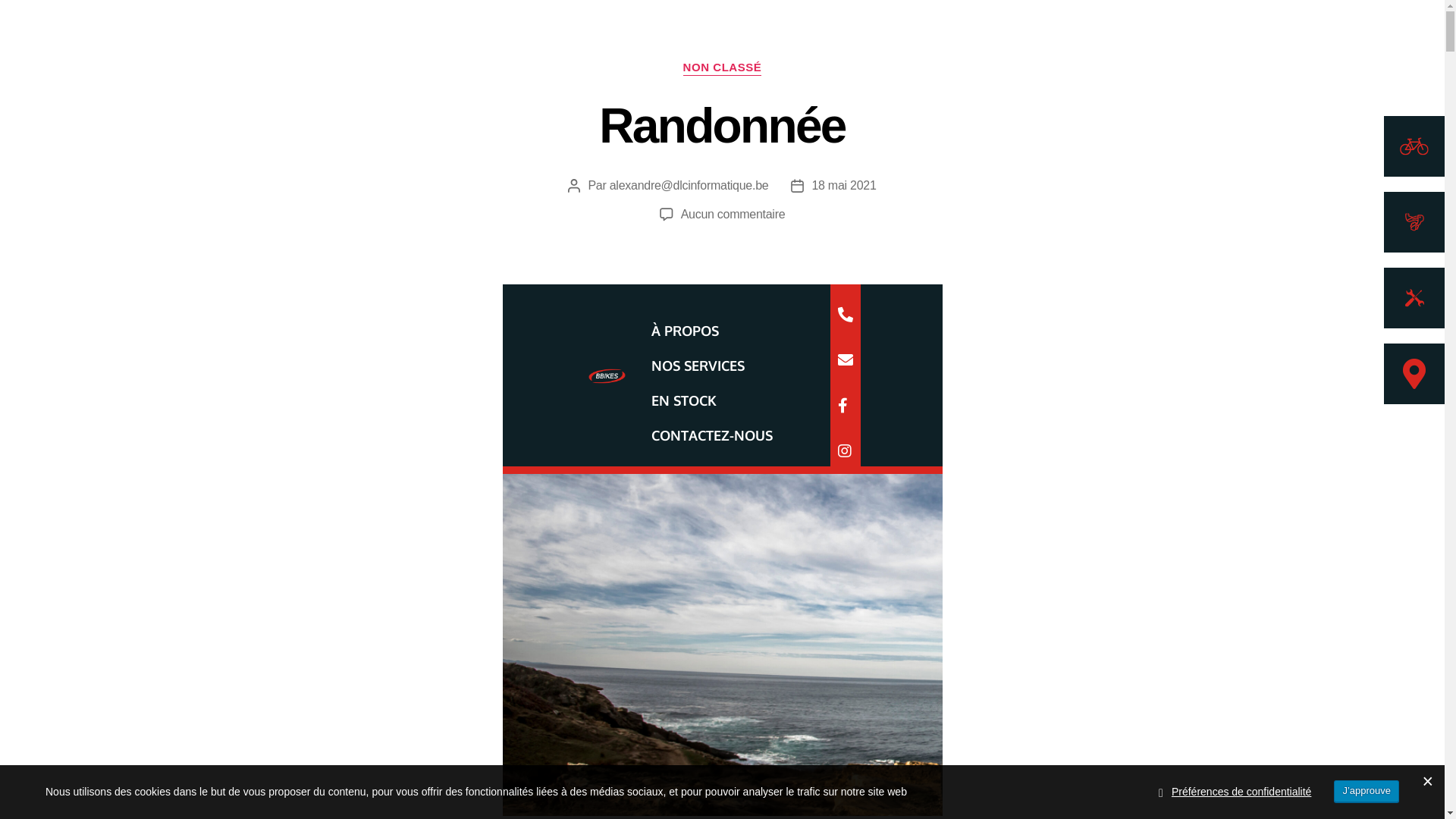 The width and height of the screenshot is (1456, 819). What do you see at coordinates (635, 435) in the screenshot?
I see `'CONTACTEZ-NOUS'` at bounding box center [635, 435].